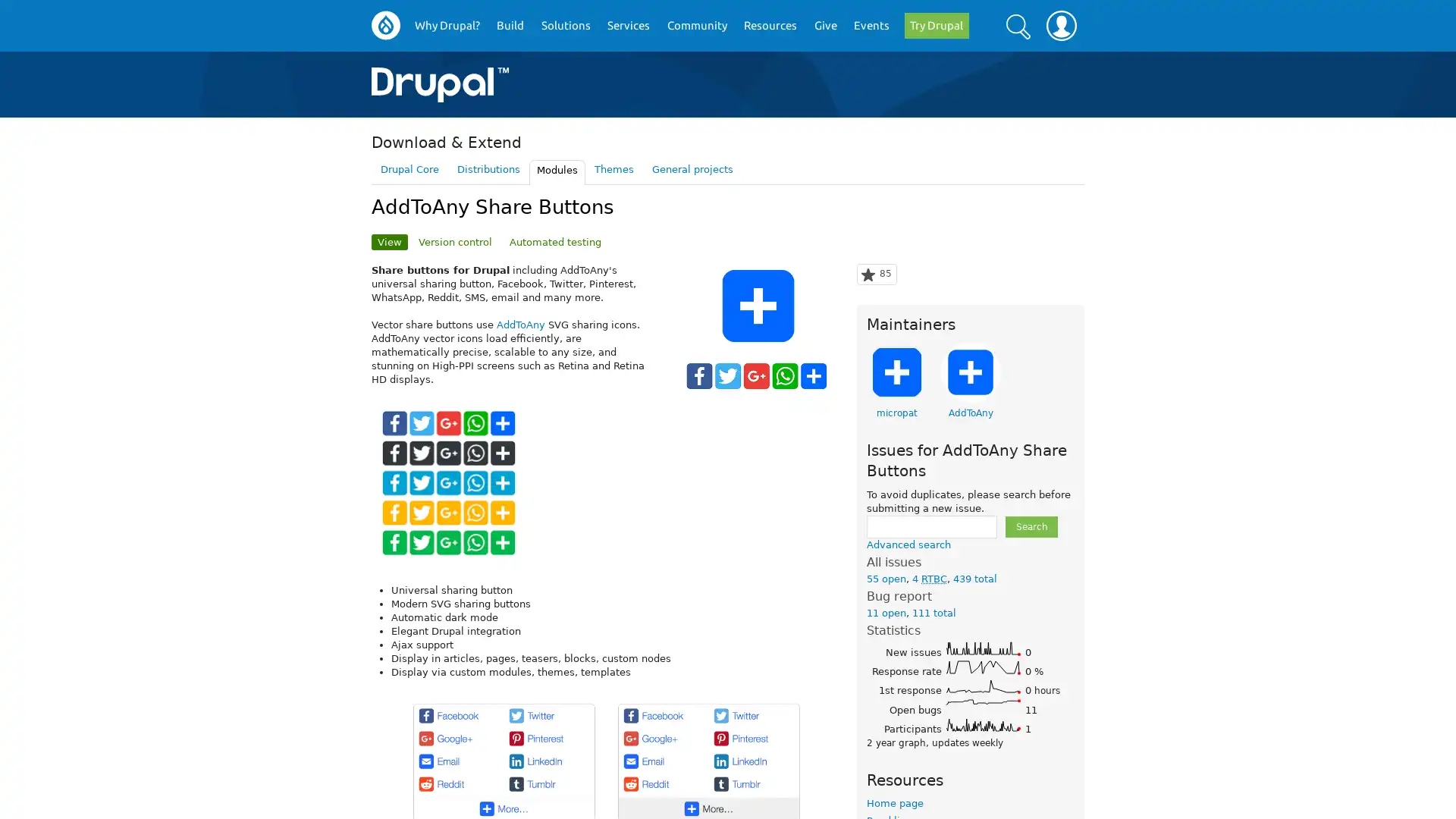 This screenshot has width=1456, height=819. What do you see at coordinates (1018, 26) in the screenshot?
I see `Search` at bounding box center [1018, 26].